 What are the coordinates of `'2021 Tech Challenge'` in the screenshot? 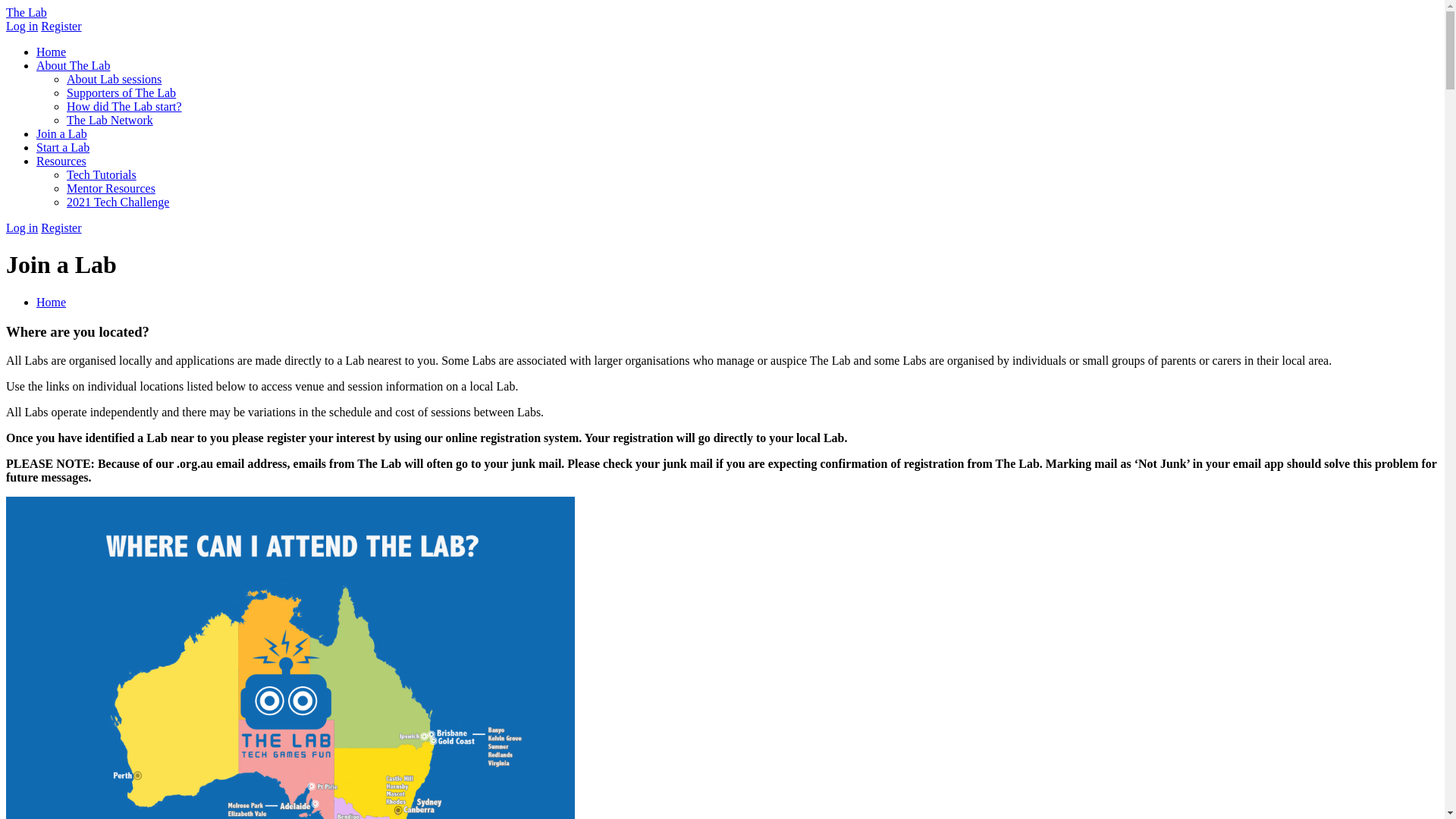 It's located at (117, 201).